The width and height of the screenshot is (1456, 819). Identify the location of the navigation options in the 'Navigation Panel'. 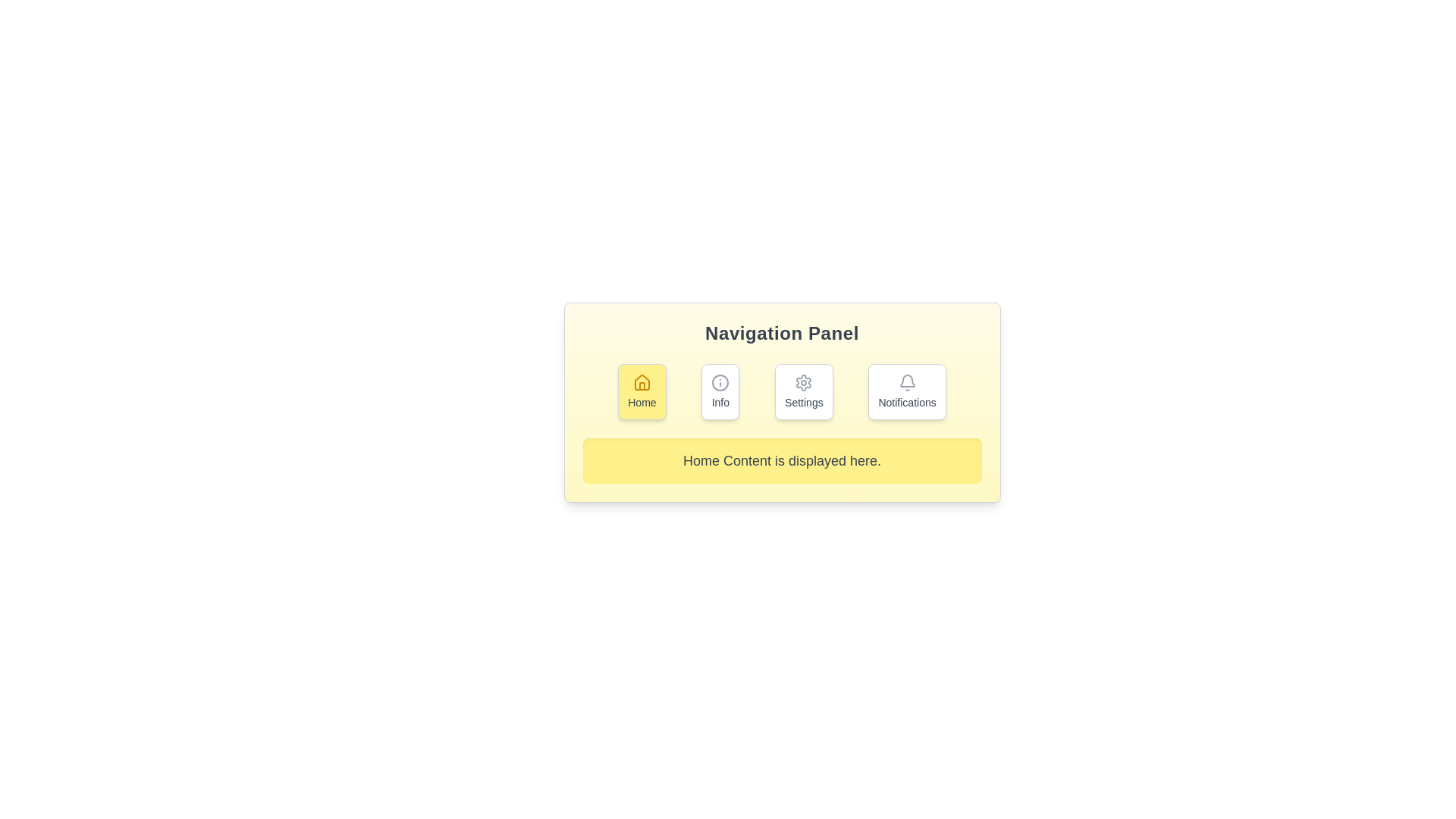
(782, 402).